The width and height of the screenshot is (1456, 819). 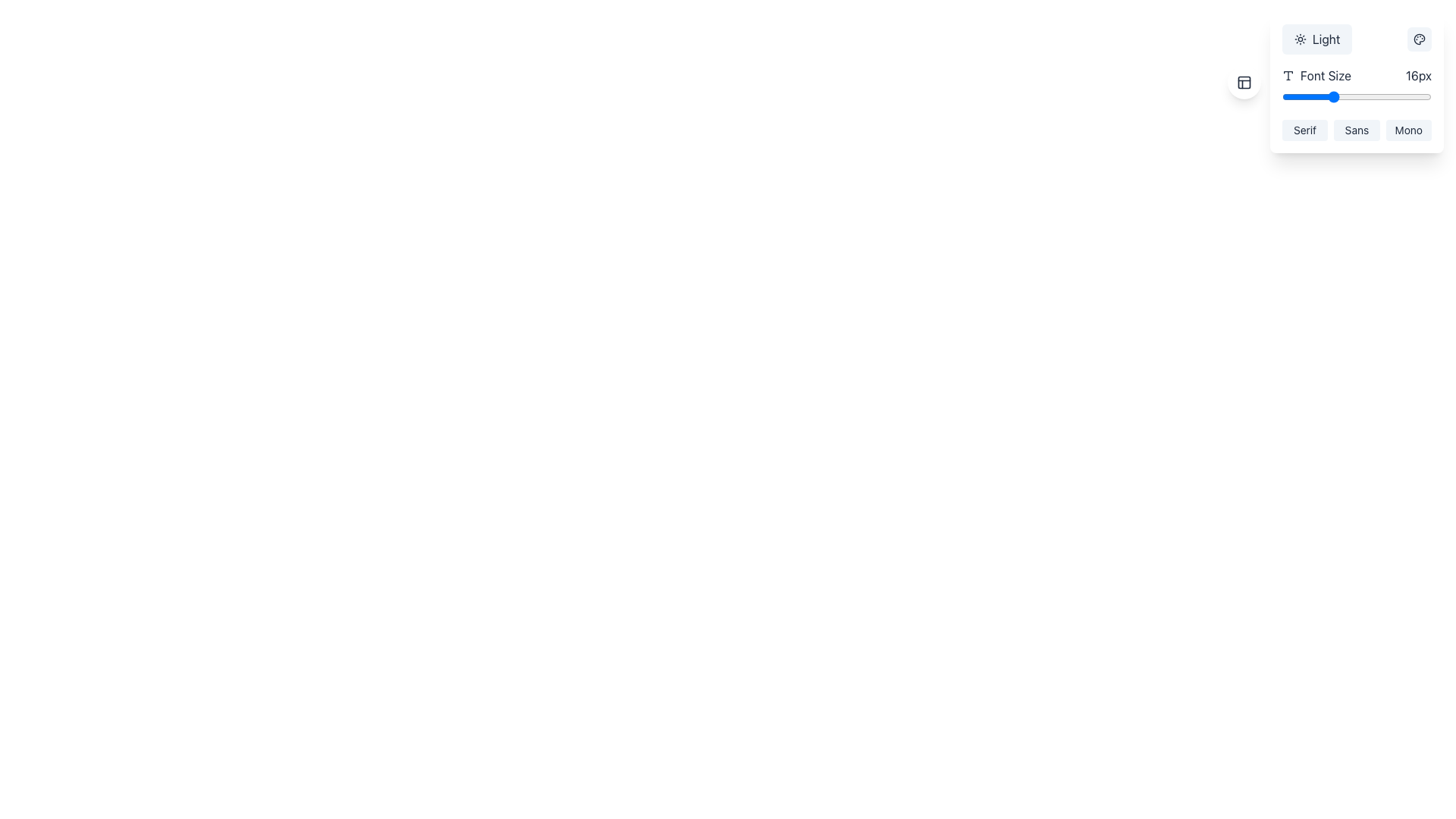 What do you see at coordinates (1357, 82) in the screenshot?
I see `the toggle located at the top of the Settings panel to change the theme between light and dark modes` at bounding box center [1357, 82].